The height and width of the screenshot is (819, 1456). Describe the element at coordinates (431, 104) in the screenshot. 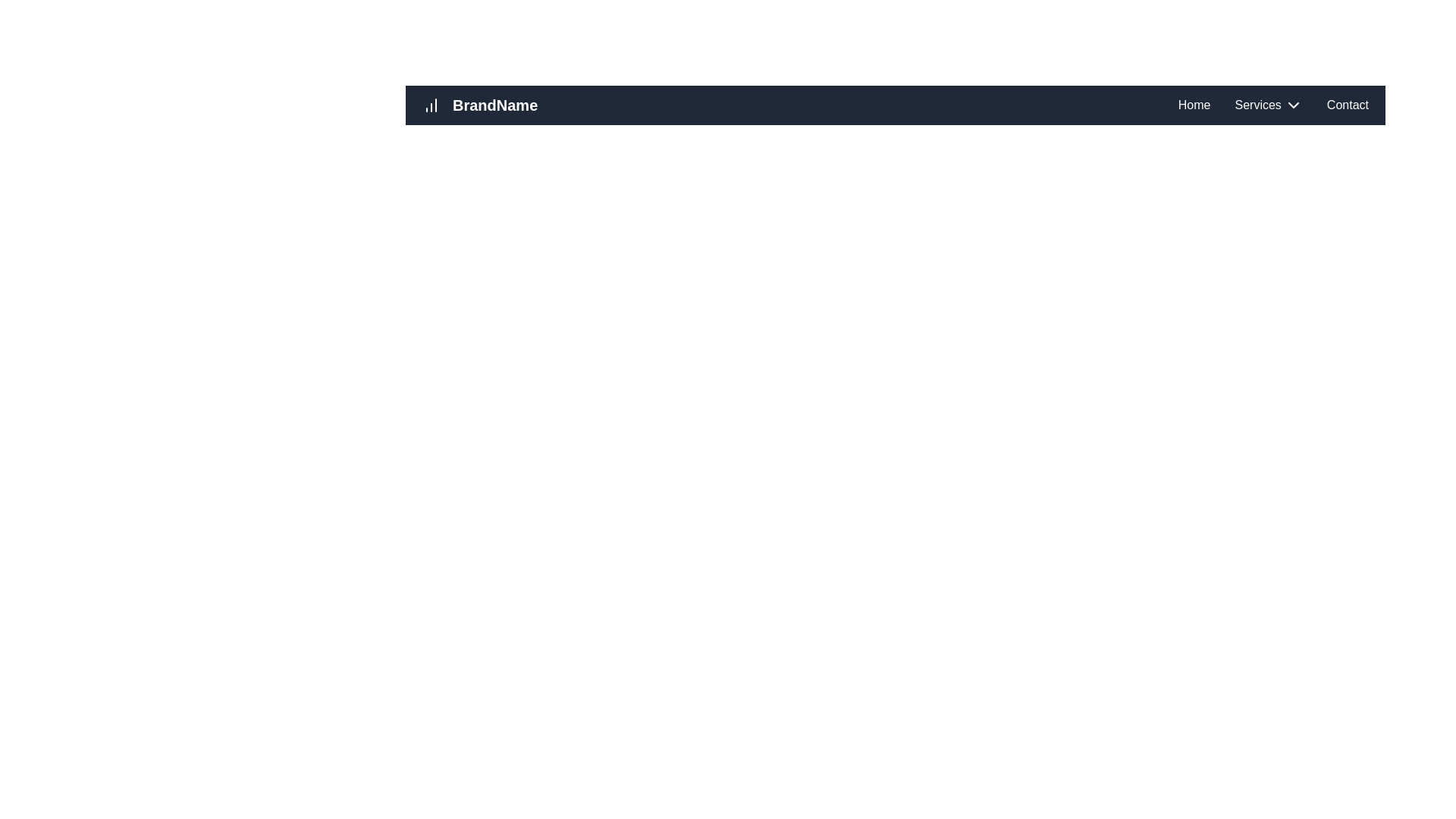

I see `the analytics icon located to the left of the 'BrandName' label in the header` at that location.